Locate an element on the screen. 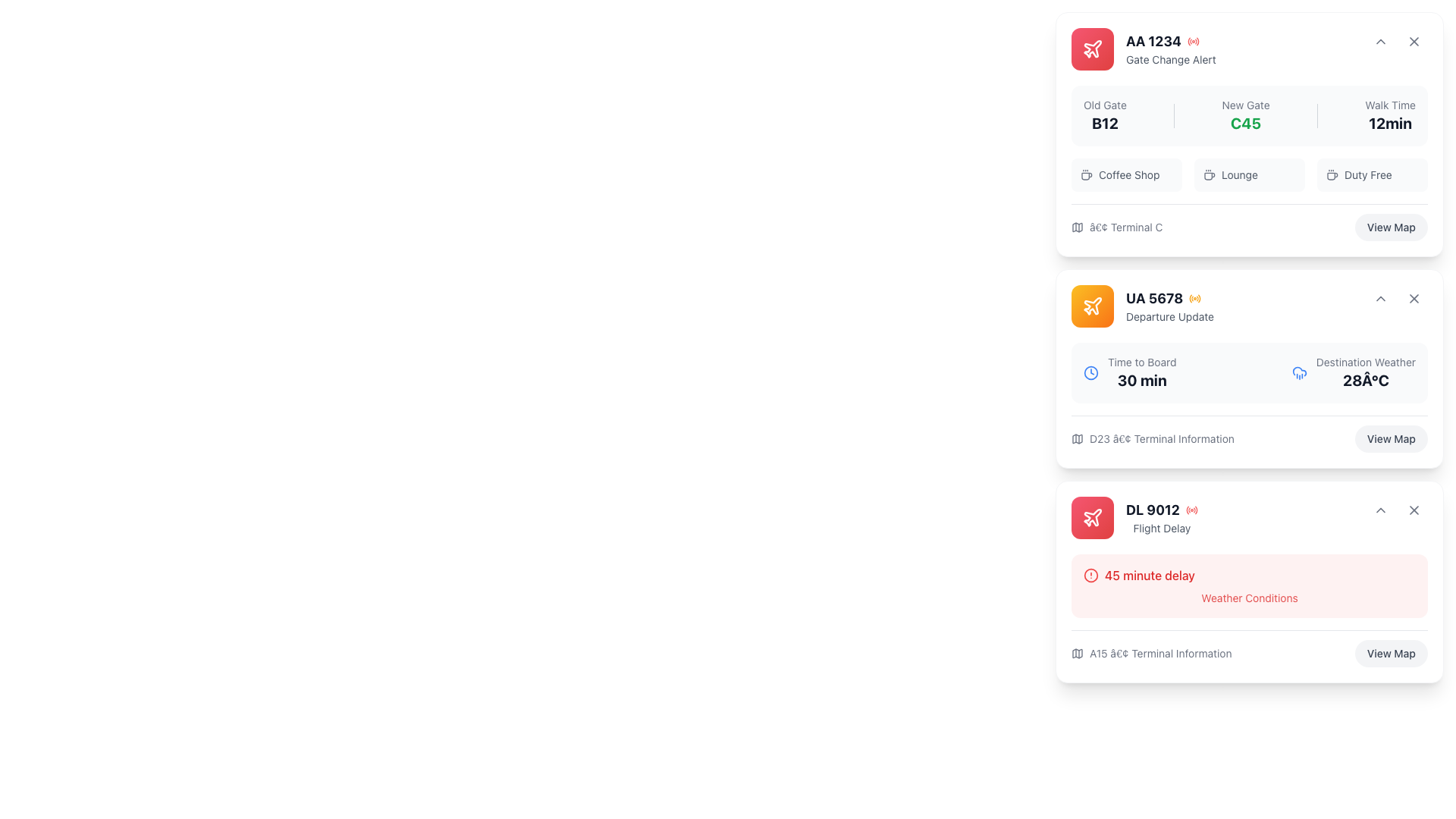  the pulsating animation of the alert indicator for the 'DL 9012' flight, which is positioned to the right of the text label 'DL 9012' within a card interface is located at coordinates (1191, 510).